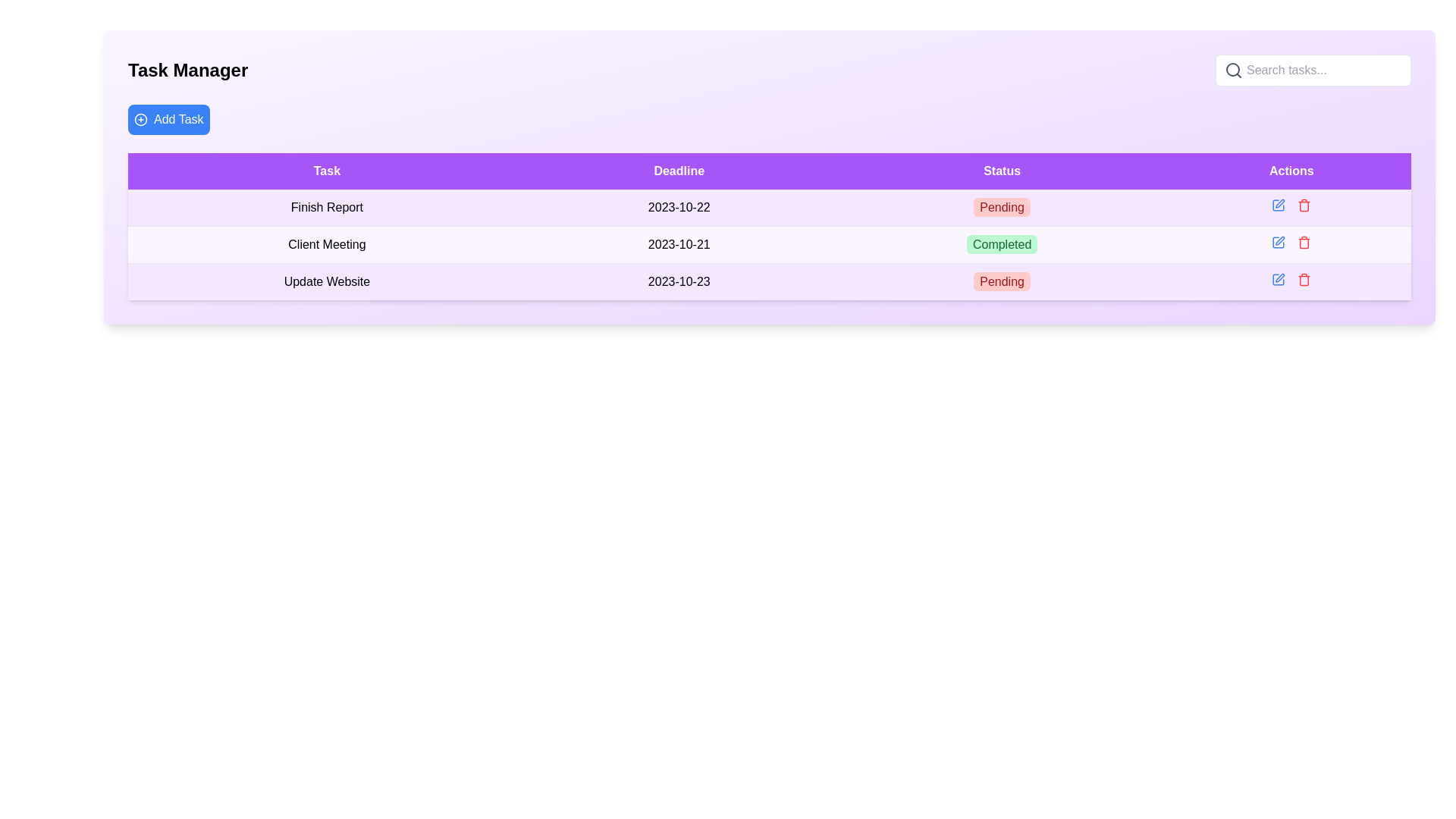 This screenshot has width=1456, height=819. What do you see at coordinates (1279, 278) in the screenshot?
I see `the stylized square pencil icon inside the 'Actions' column of the table row for the 'Update Website' task` at bounding box center [1279, 278].